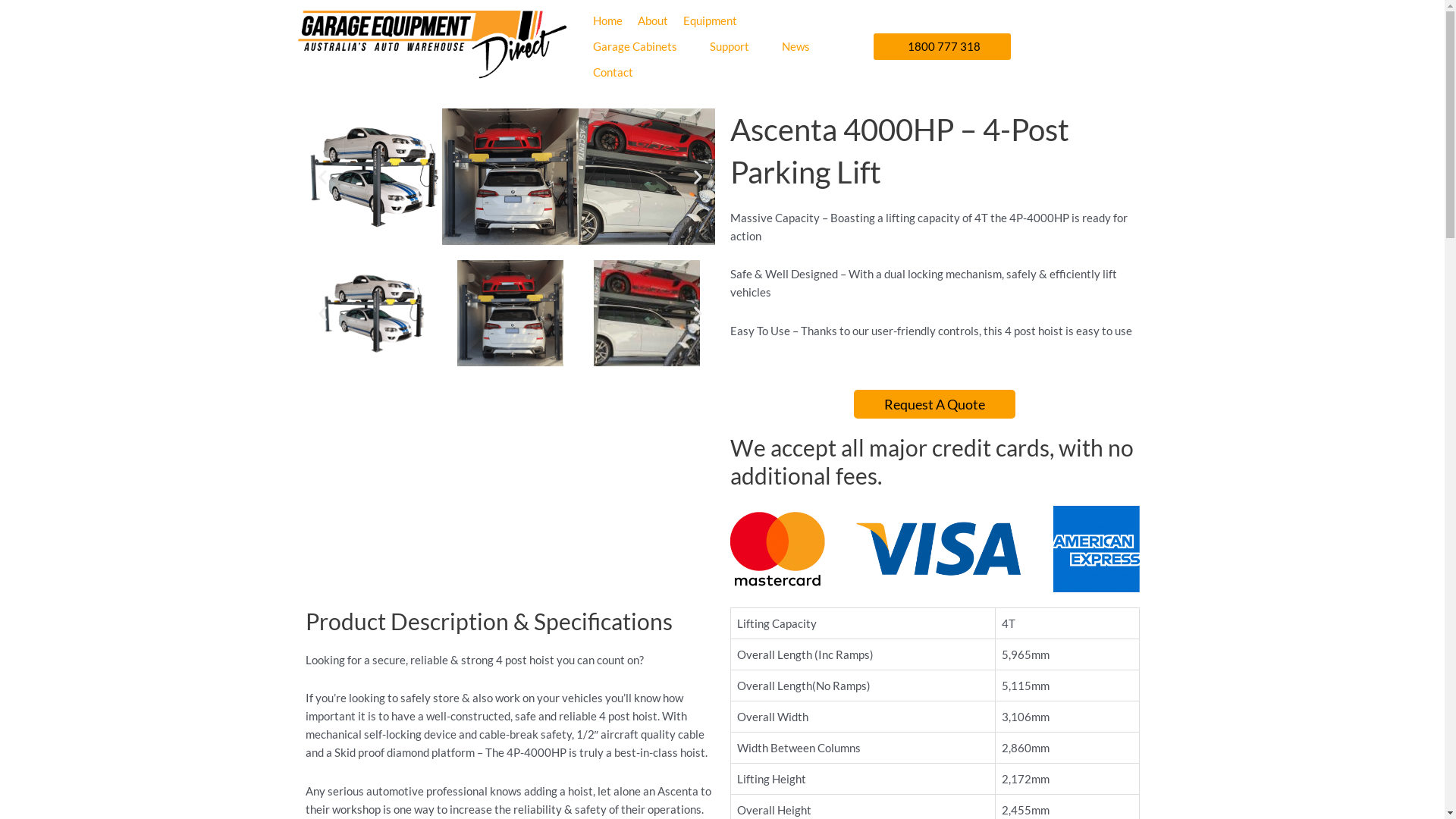  I want to click on 'News', so click(795, 45).